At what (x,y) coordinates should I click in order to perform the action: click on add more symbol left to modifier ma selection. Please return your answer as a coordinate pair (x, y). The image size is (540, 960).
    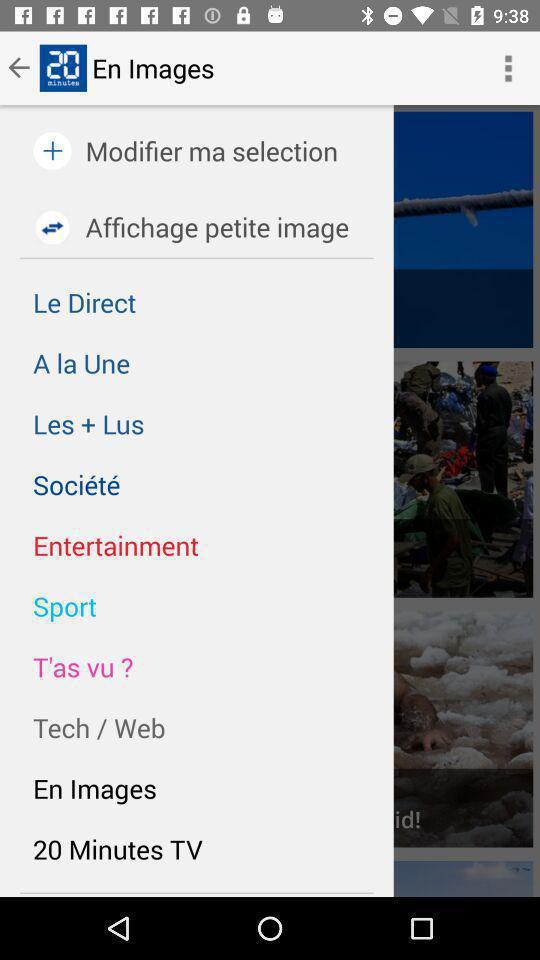
    Looking at the image, I should click on (52, 150).